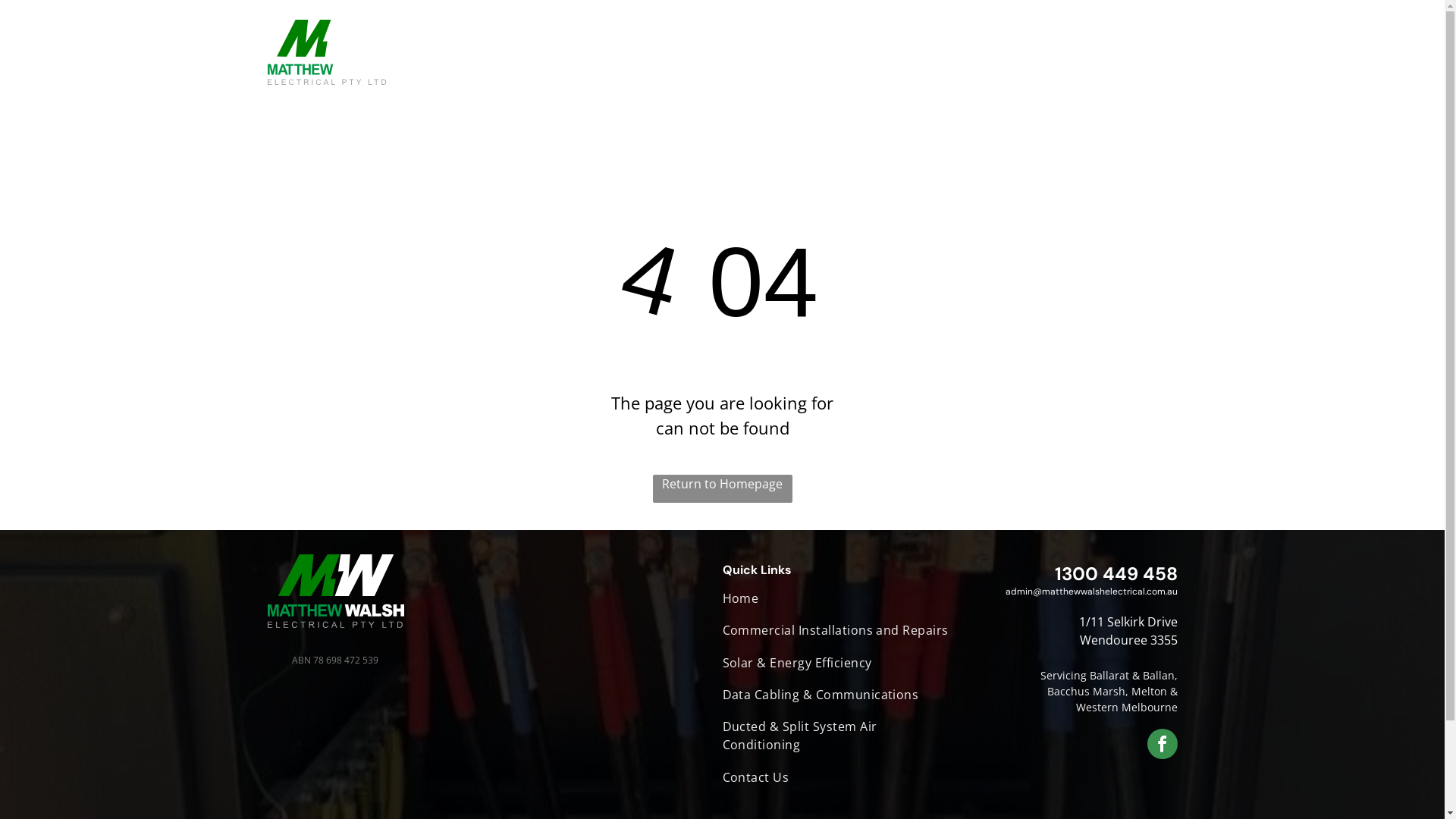 The width and height of the screenshot is (1456, 819). I want to click on 'admin@matthewwalshelectrical.com.au', so click(1090, 590).